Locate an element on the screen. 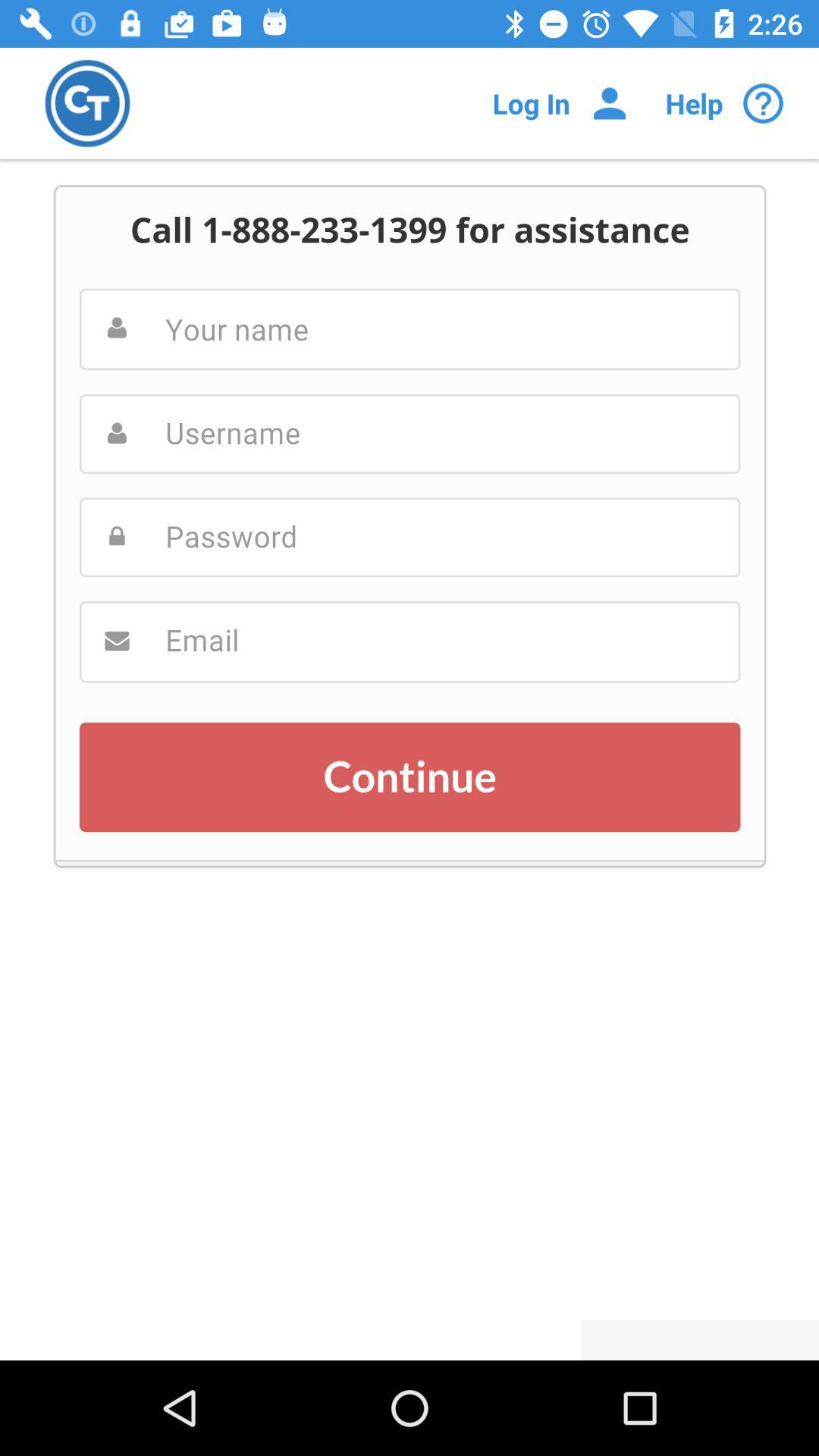  company logo is located at coordinates (87, 102).